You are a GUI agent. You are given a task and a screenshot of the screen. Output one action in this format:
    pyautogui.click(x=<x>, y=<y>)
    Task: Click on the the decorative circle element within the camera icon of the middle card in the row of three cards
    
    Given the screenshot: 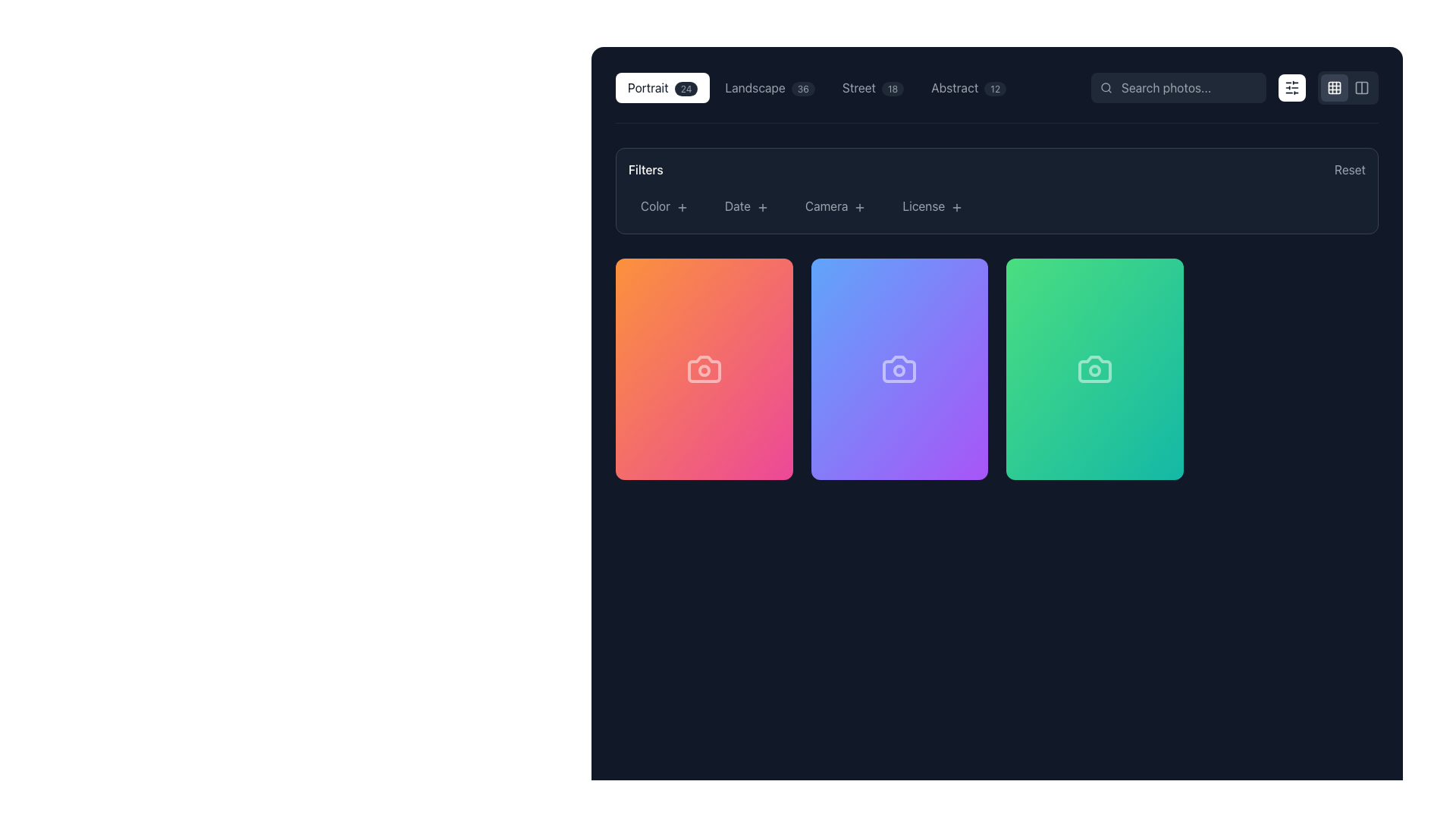 What is the action you would take?
    pyautogui.click(x=899, y=370)
    